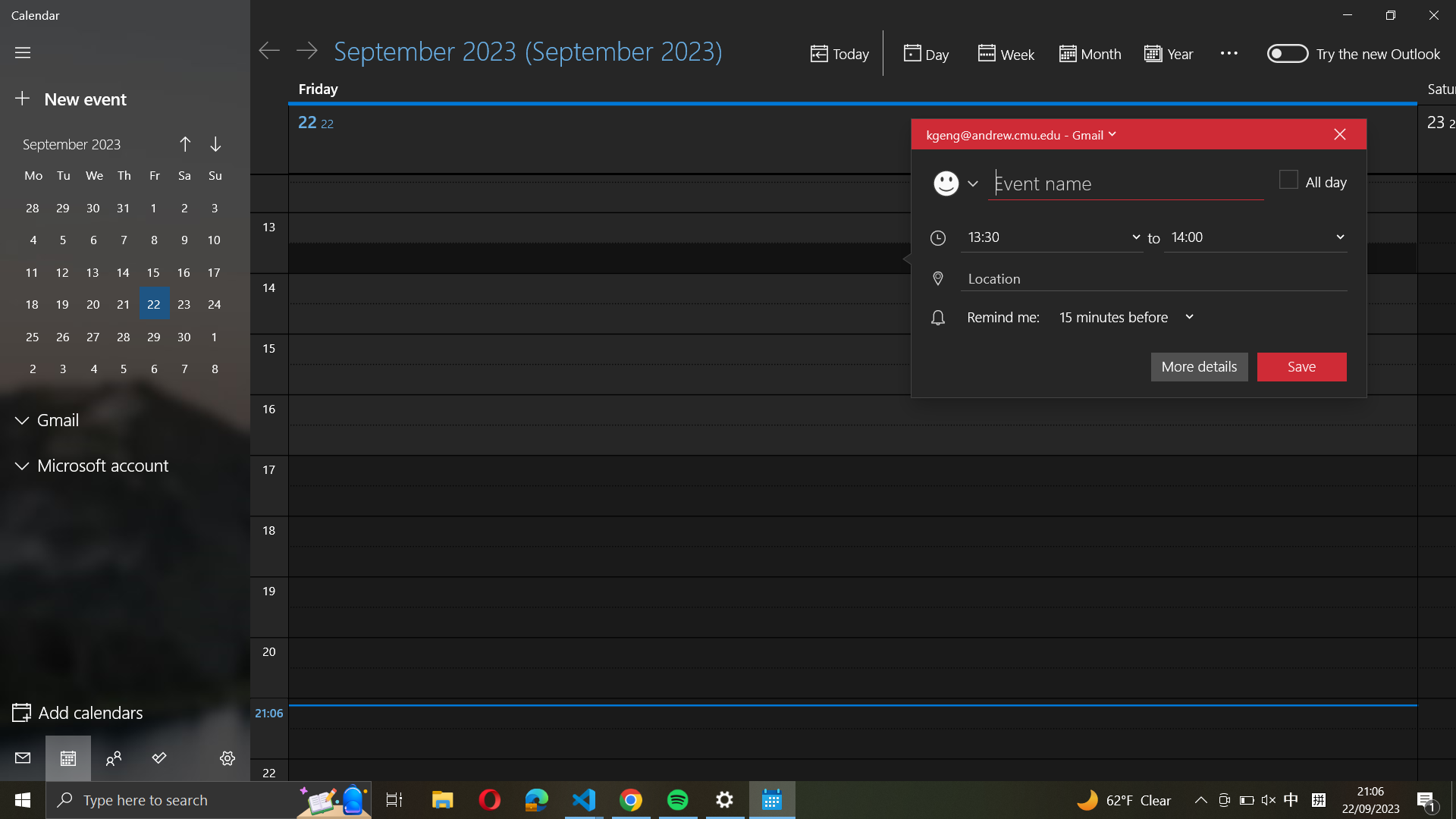 This screenshot has height=819, width=1456. I want to click on Display the monthly calendar view, so click(1087, 54).